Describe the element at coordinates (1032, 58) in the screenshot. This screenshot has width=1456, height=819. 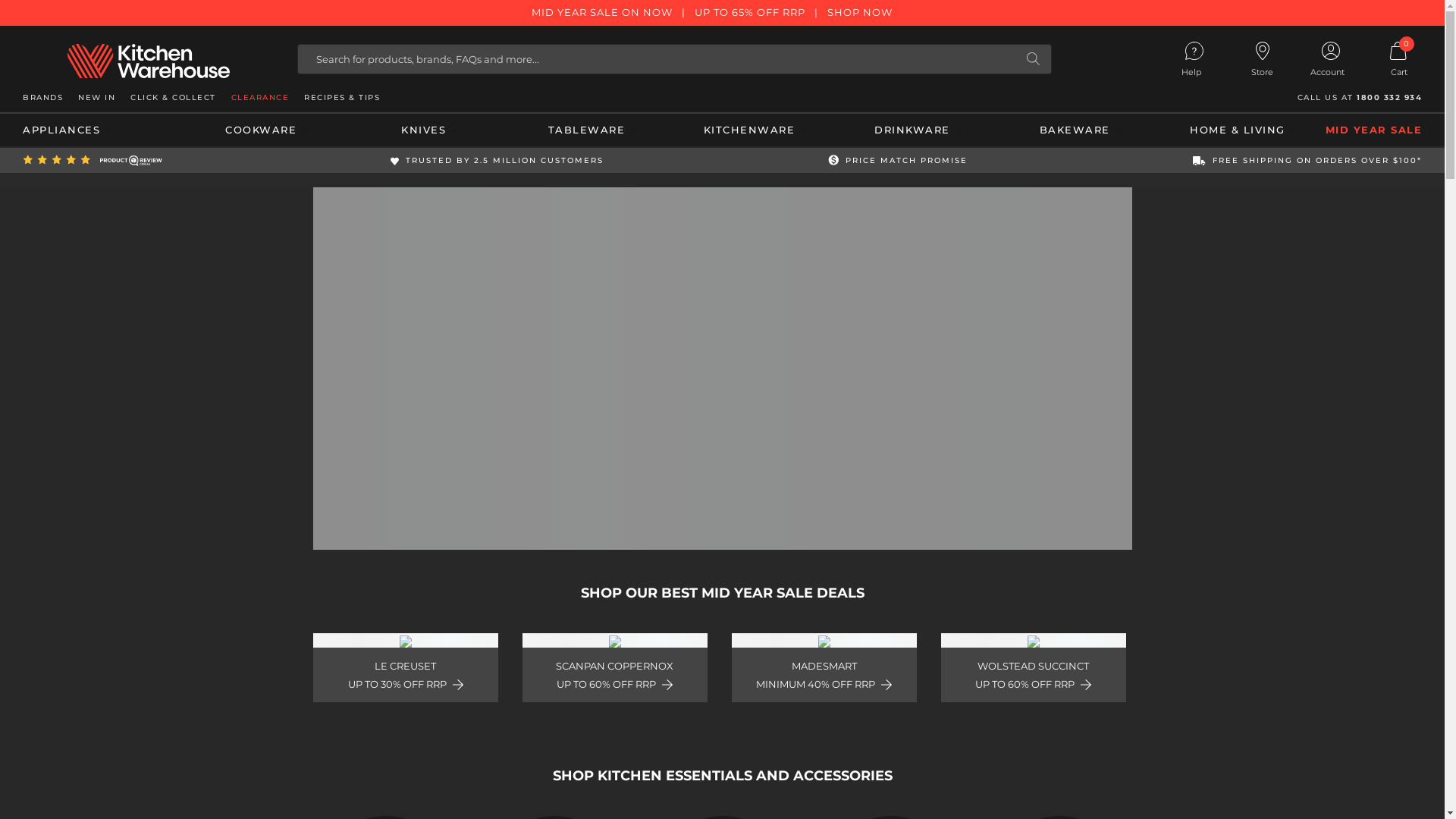
I see `'Search'` at that location.